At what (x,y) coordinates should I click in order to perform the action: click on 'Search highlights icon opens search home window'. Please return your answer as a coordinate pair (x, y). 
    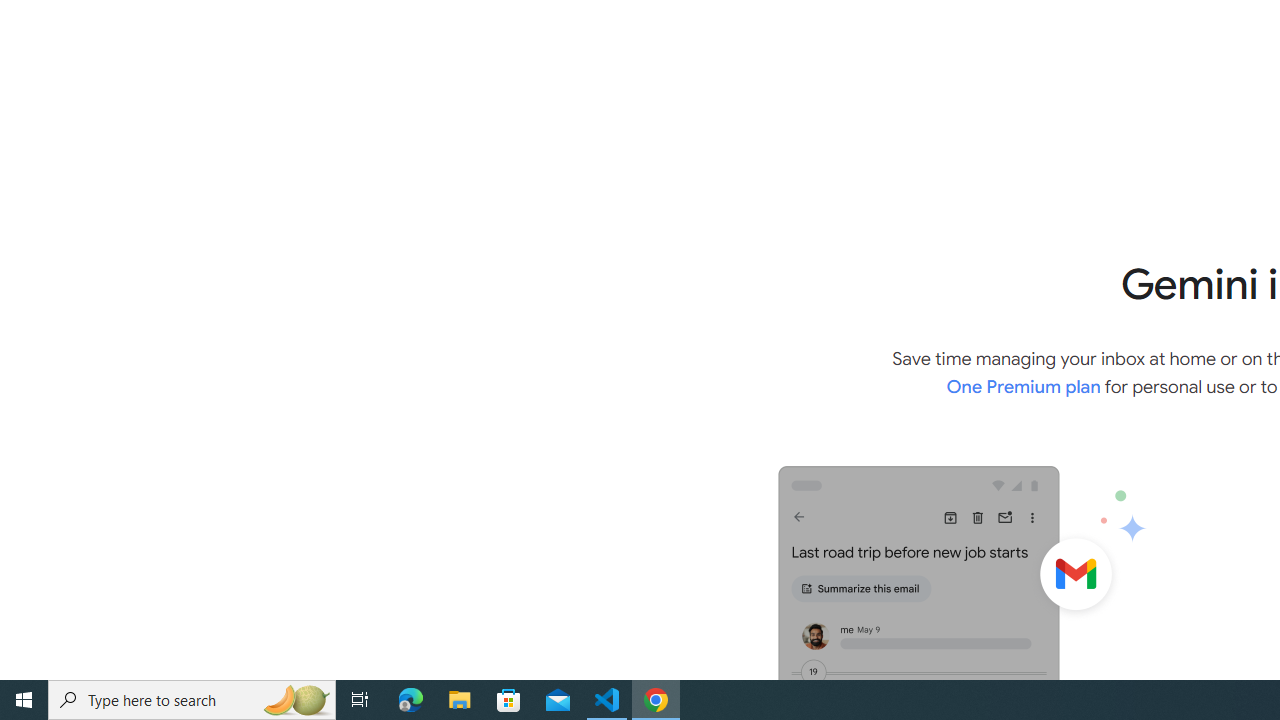
    Looking at the image, I should click on (294, 698).